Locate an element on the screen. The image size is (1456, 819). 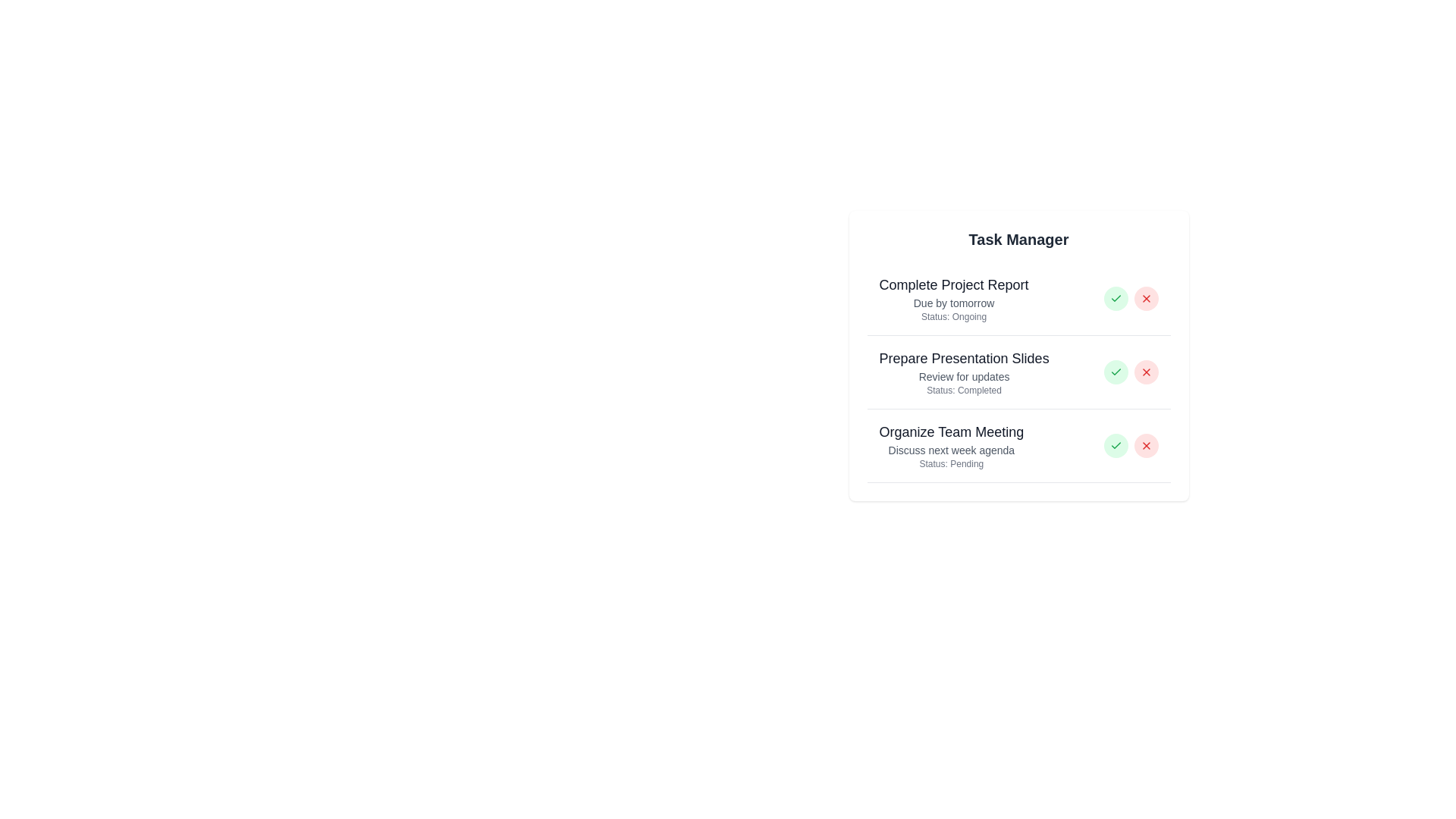
the dismiss/delete icon button located on the right side of the task titled 'Complete Project Report' is located at coordinates (1146, 298).